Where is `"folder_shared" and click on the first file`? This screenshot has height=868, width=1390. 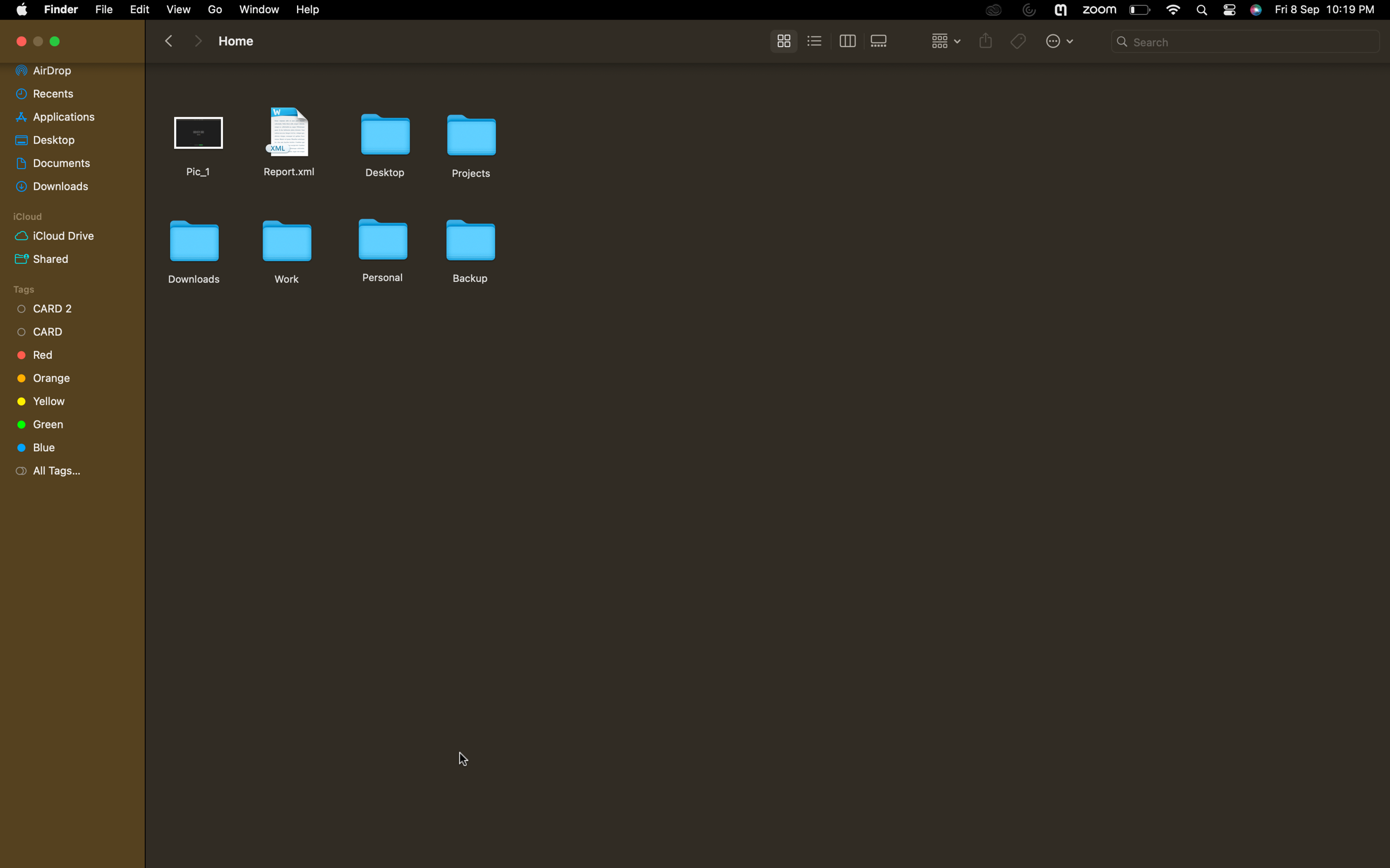 "folder_shared" and click on the first file is located at coordinates (67, 257).